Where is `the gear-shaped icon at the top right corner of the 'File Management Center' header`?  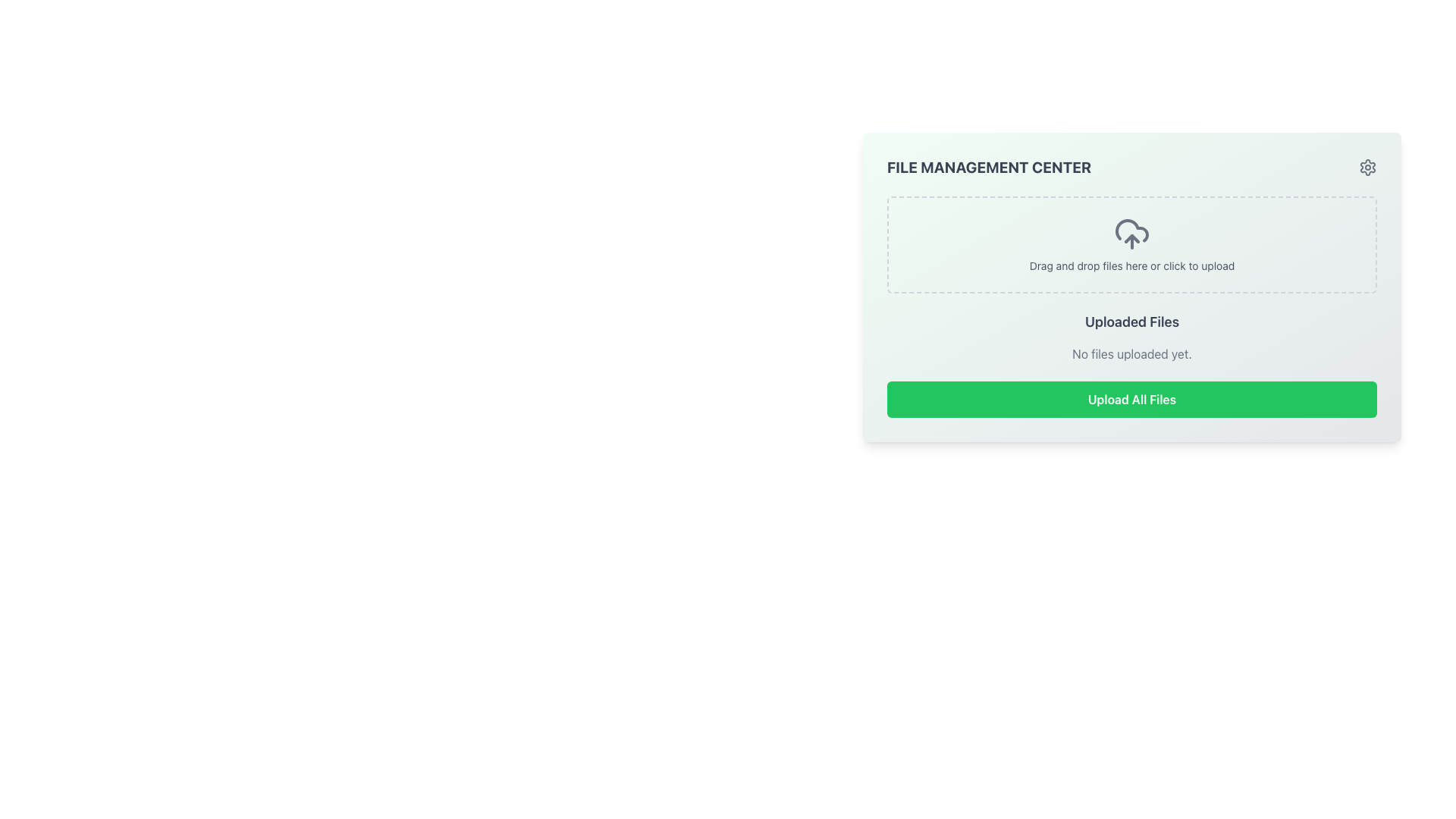
the gear-shaped icon at the top right corner of the 'File Management Center' header is located at coordinates (1368, 167).